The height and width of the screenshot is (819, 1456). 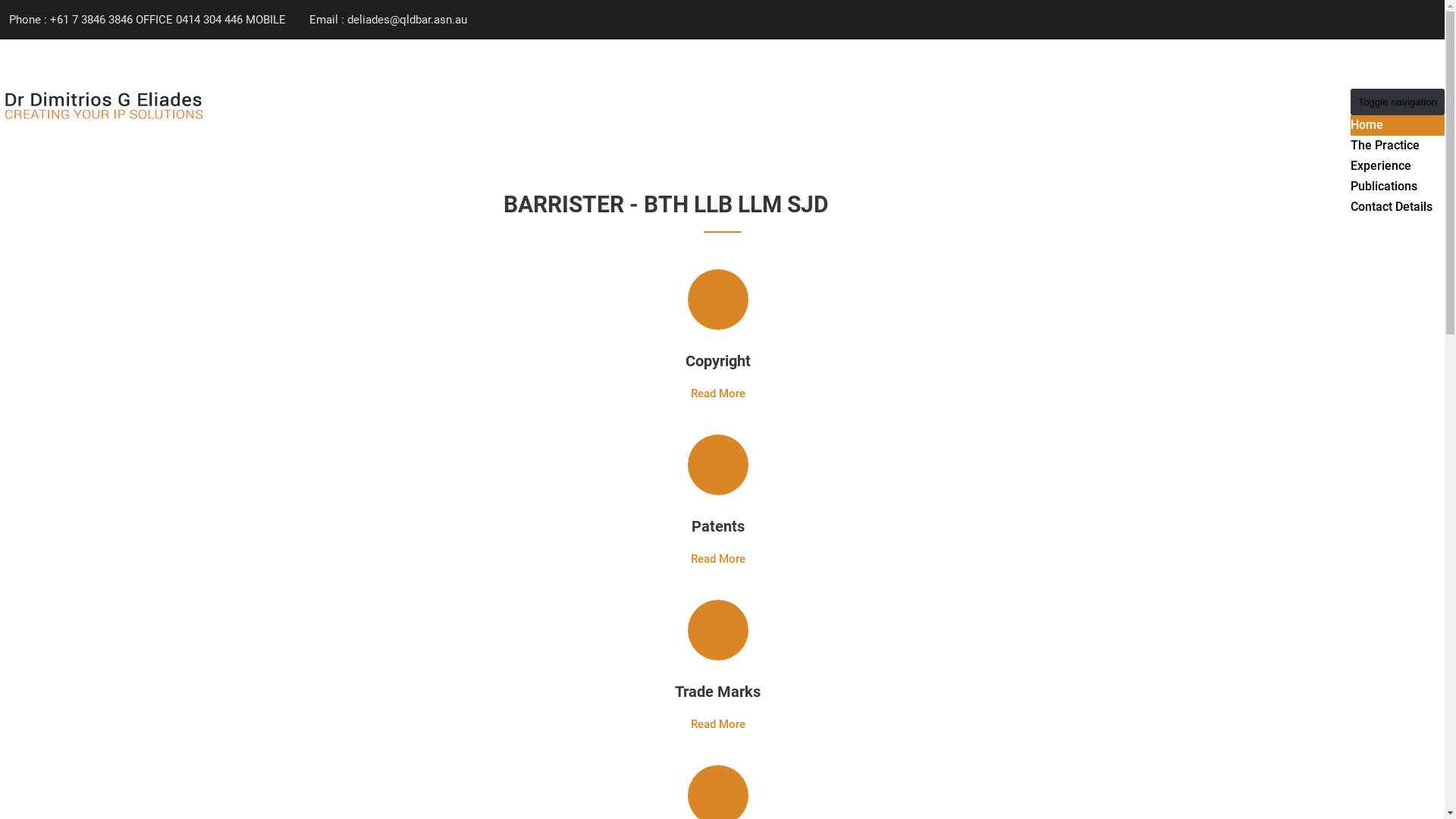 I want to click on 'Trade Marks', so click(x=717, y=691).